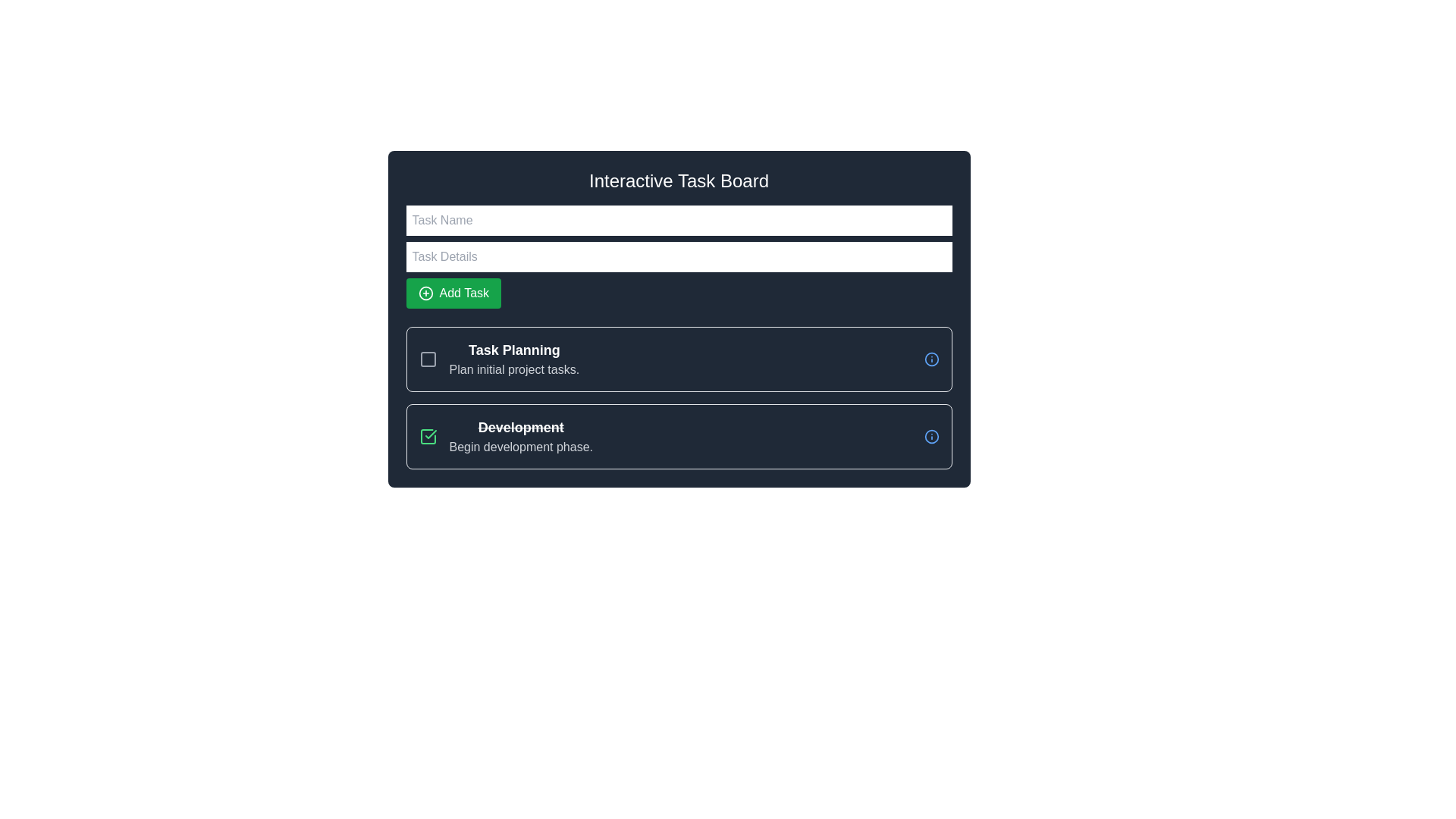 The width and height of the screenshot is (1456, 819). Describe the element at coordinates (506, 436) in the screenshot. I see `the bold text element labeled 'Development' with a strikethrough and the subtitle 'Begin development phase.' located below the 'Task Planning' item in the task list` at that location.